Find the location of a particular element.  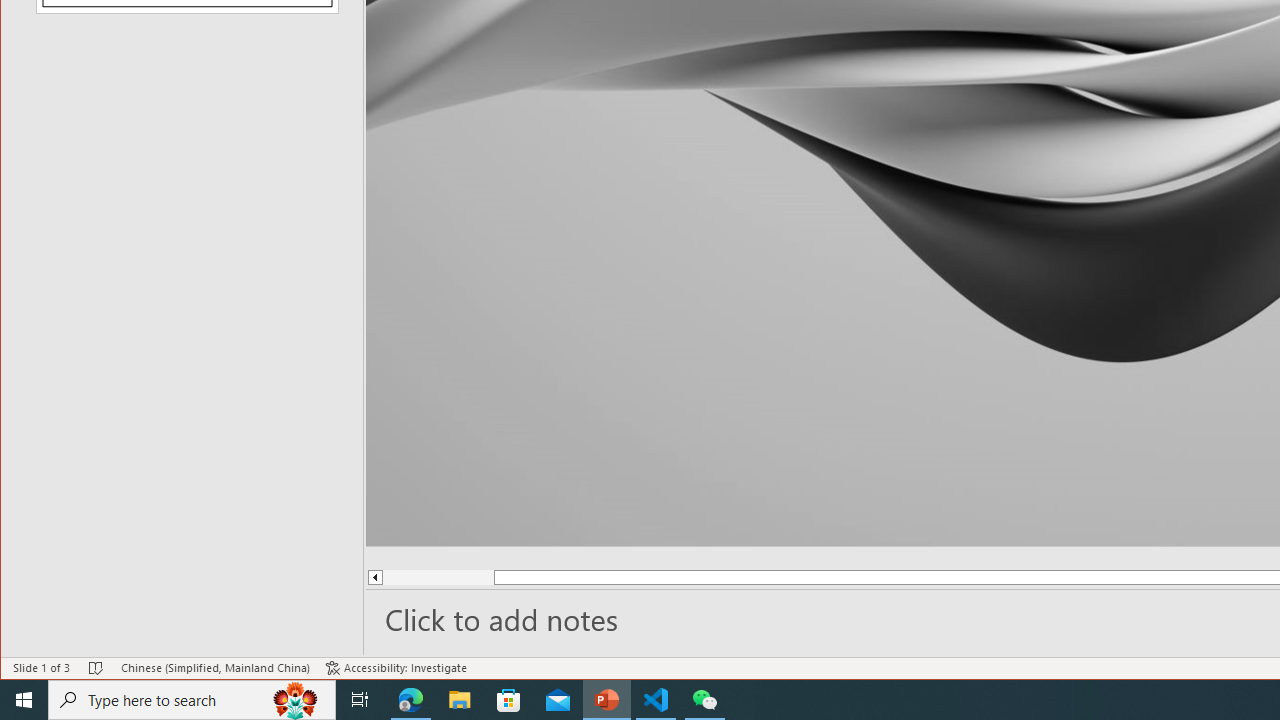

'Visual Studio Code - 1 running window' is located at coordinates (656, 698).